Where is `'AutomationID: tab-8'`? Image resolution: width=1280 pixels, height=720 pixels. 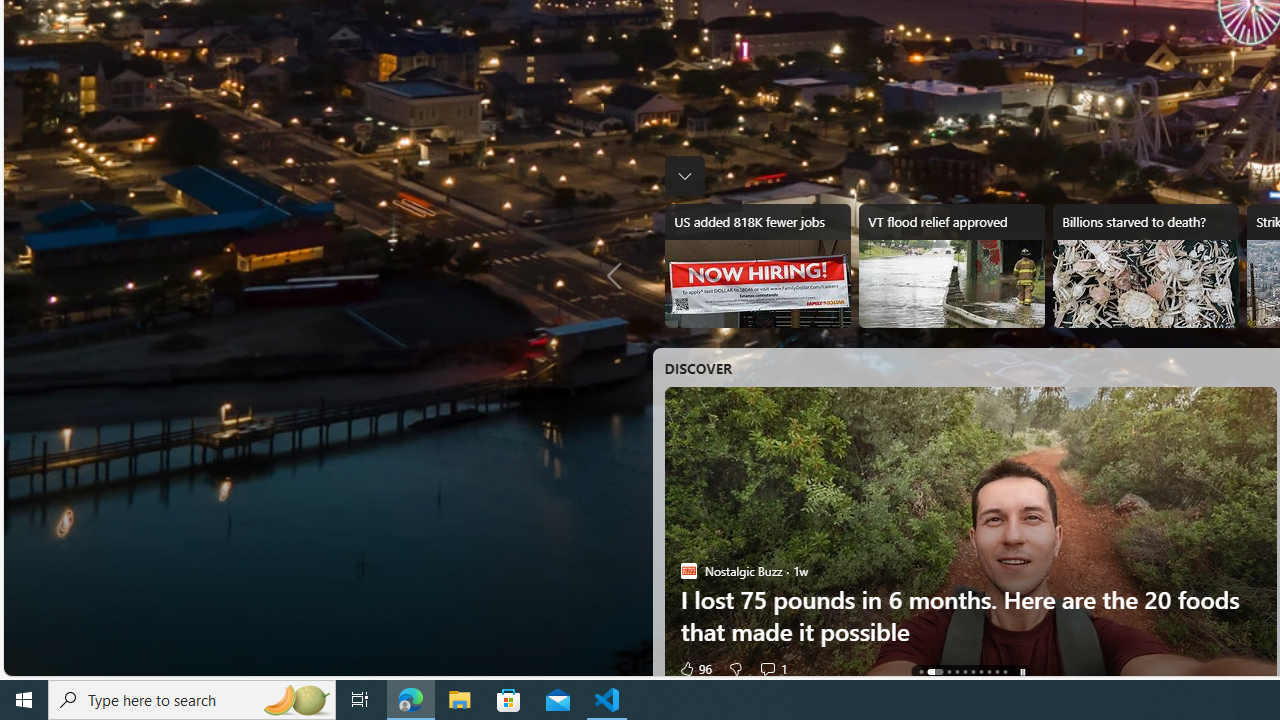 'AutomationID: tab-8' is located at coordinates (997, 672).